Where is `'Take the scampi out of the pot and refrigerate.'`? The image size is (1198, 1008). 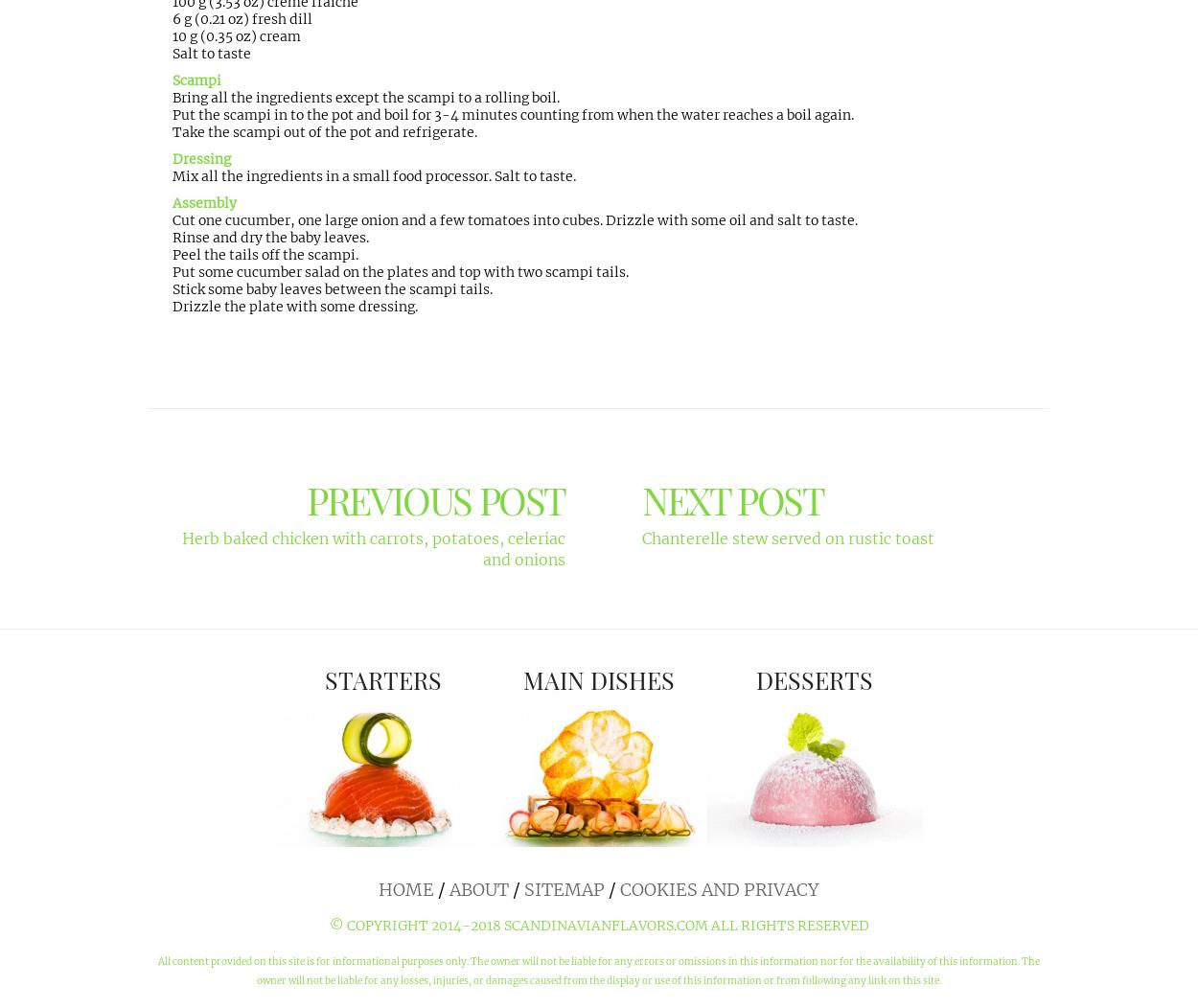
'Take the scampi out of the pot and refrigerate.' is located at coordinates (324, 131).